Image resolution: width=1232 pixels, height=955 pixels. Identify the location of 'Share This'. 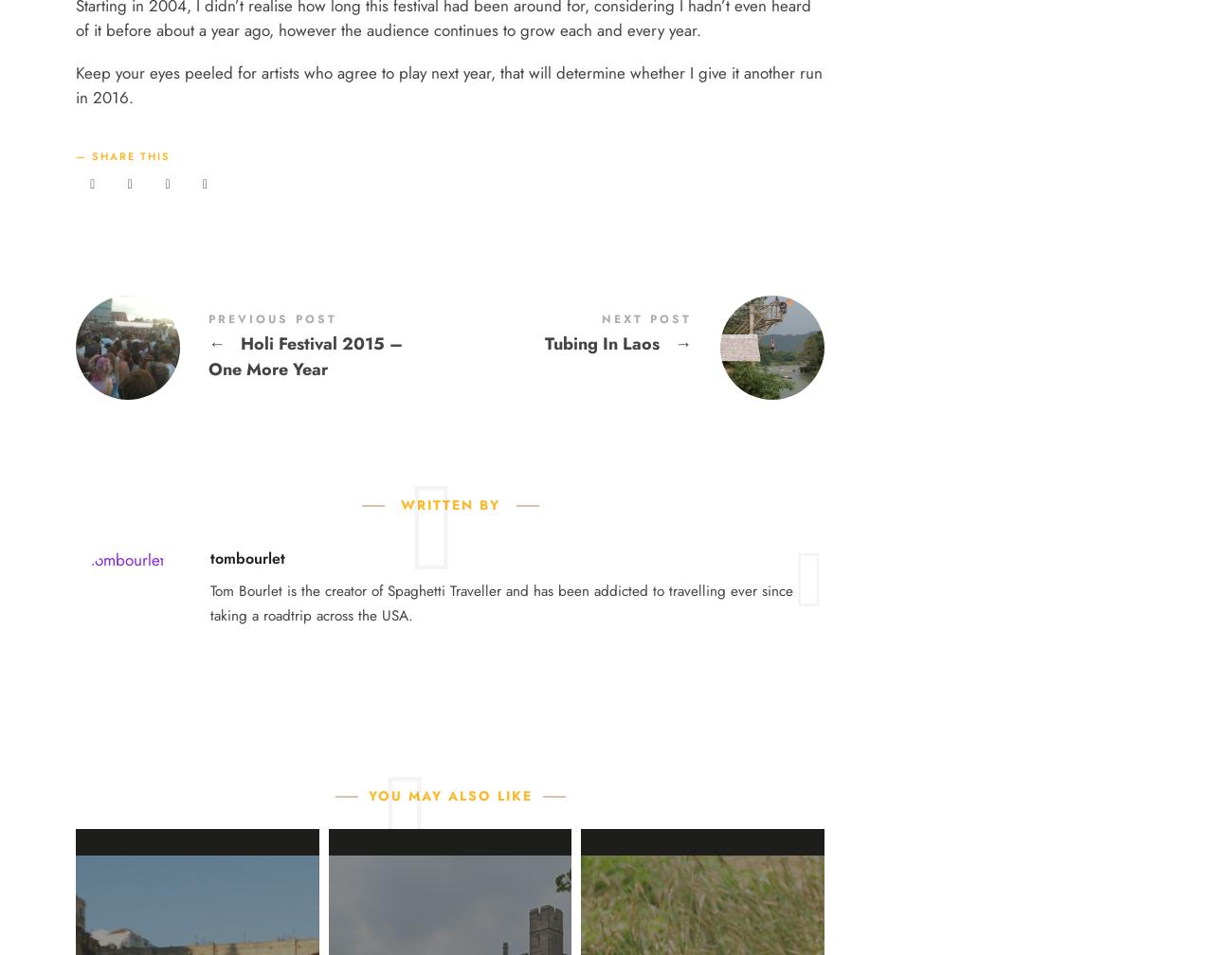
(130, 156).